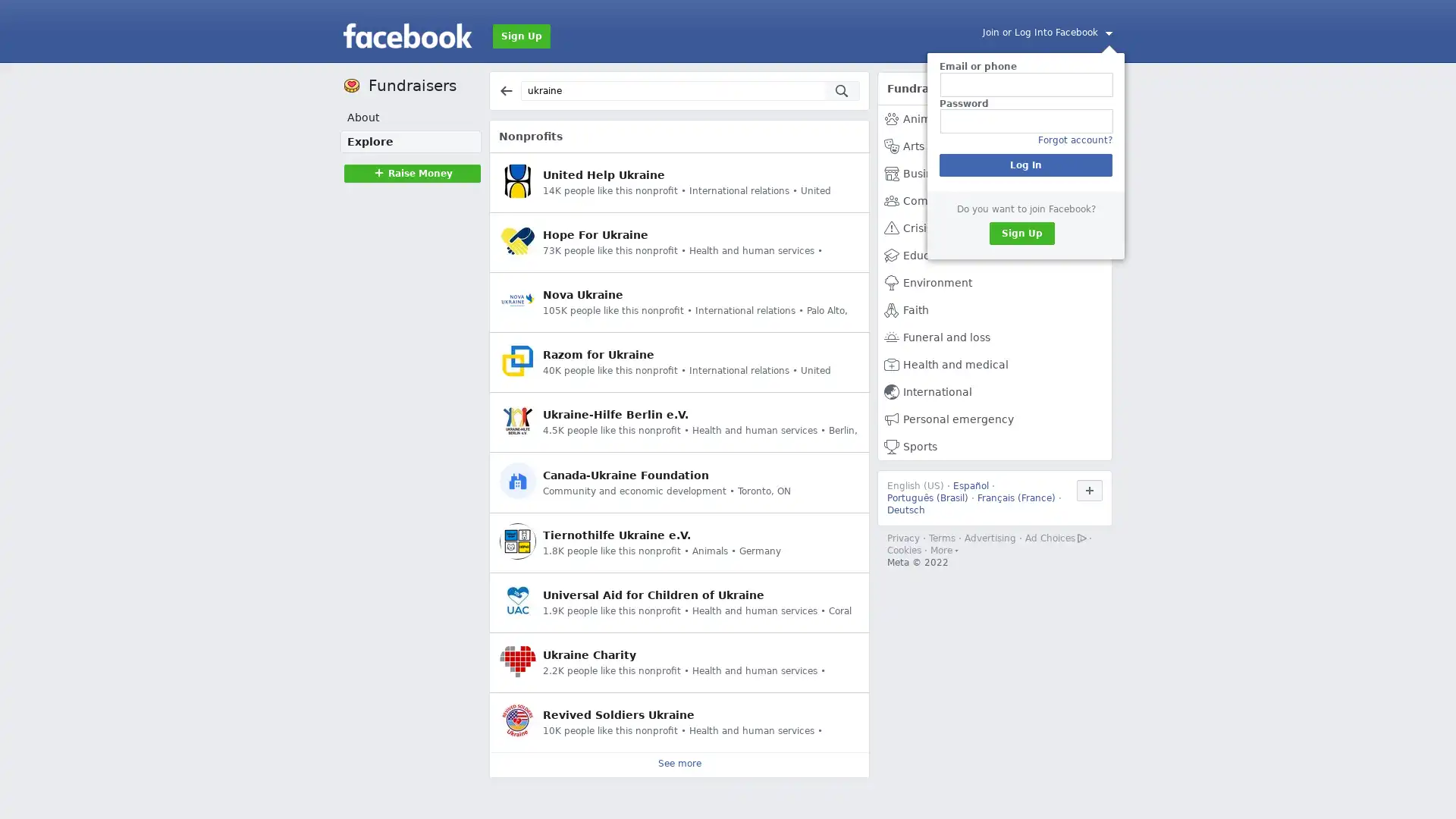 The image size is (1456, 819). What do you see at coordinates (1016, 497) in the screenshot?
I see `Francais (France)` at bounding box center [1016, 497].